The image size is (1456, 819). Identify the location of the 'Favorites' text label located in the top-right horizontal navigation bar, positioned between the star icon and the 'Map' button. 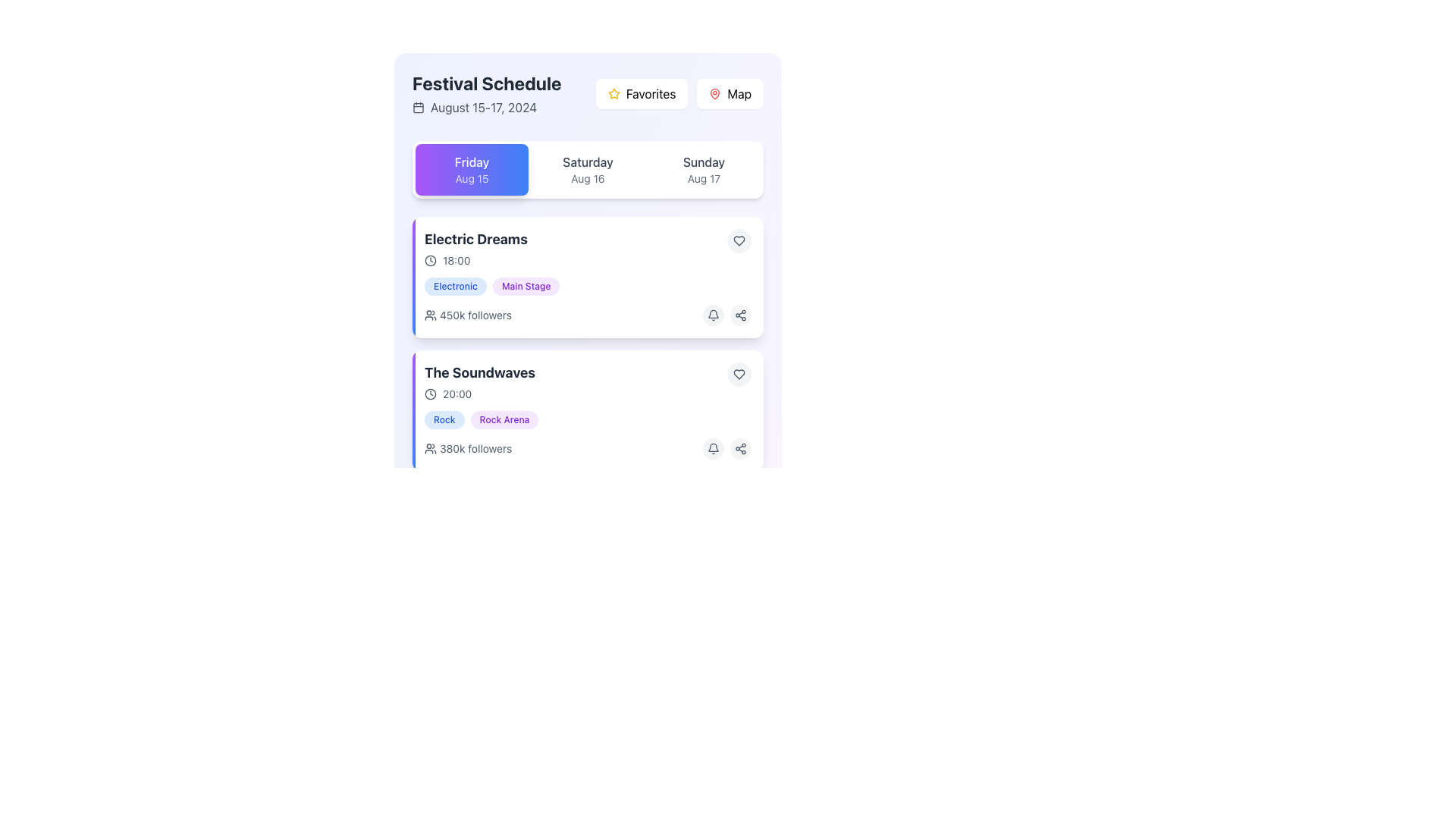
(651, 93).